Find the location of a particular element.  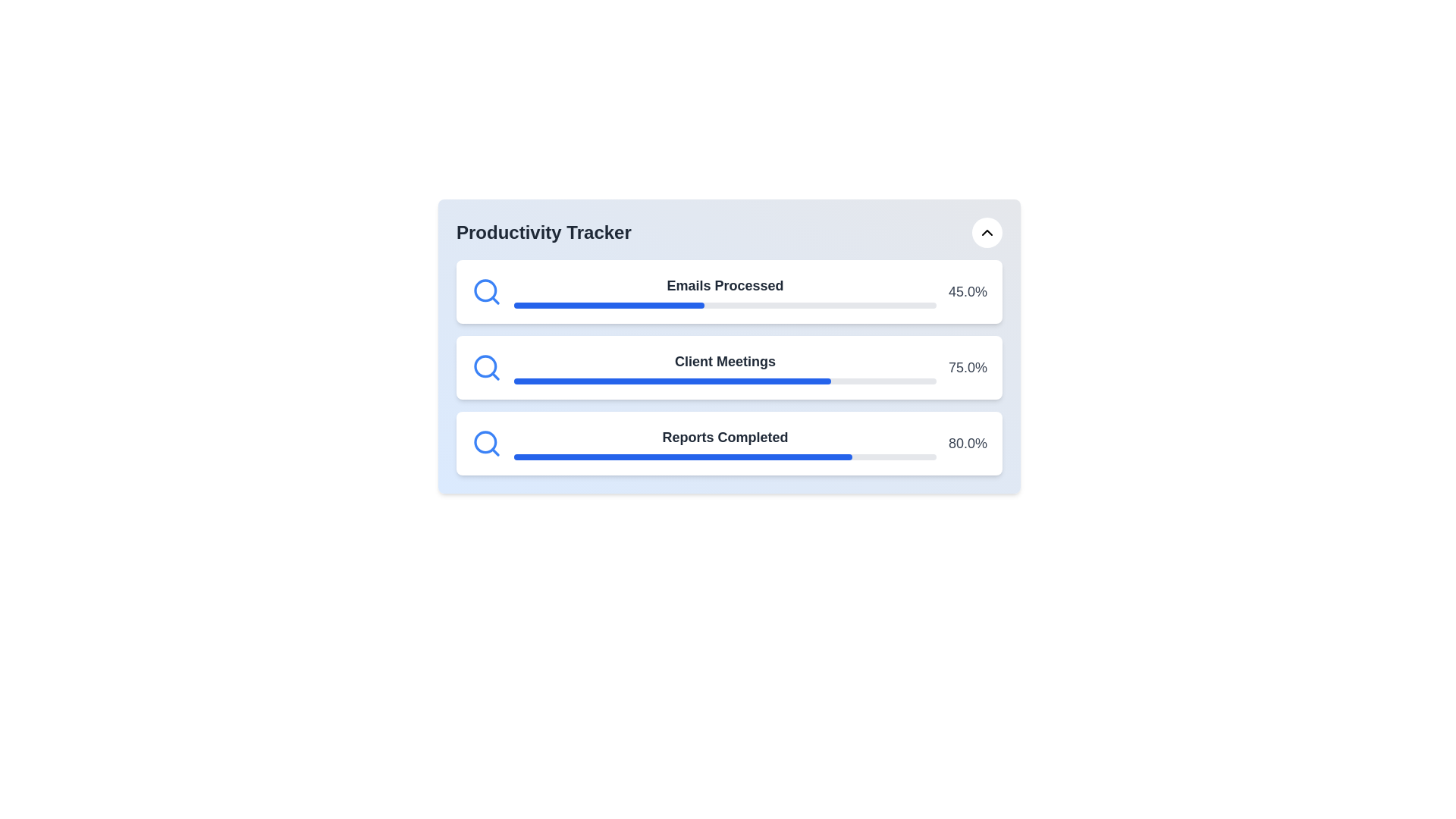

the progress bar located within the 'Reports Completed' card, which is the third card in the vertical list of progress trackers is located at coordinates (724, 456).